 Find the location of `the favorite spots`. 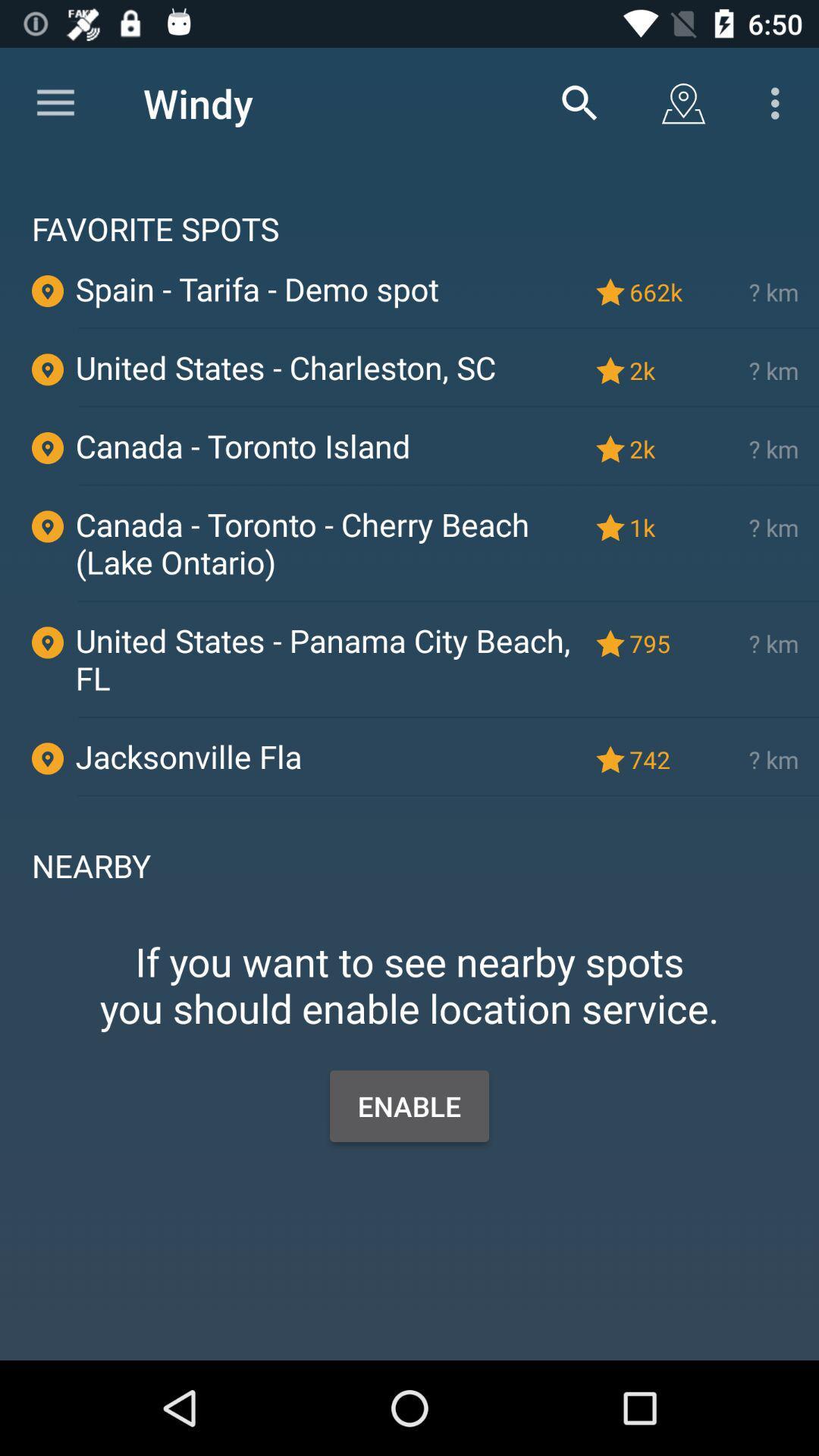

the favorite spots is located at coordinates (409, 203).